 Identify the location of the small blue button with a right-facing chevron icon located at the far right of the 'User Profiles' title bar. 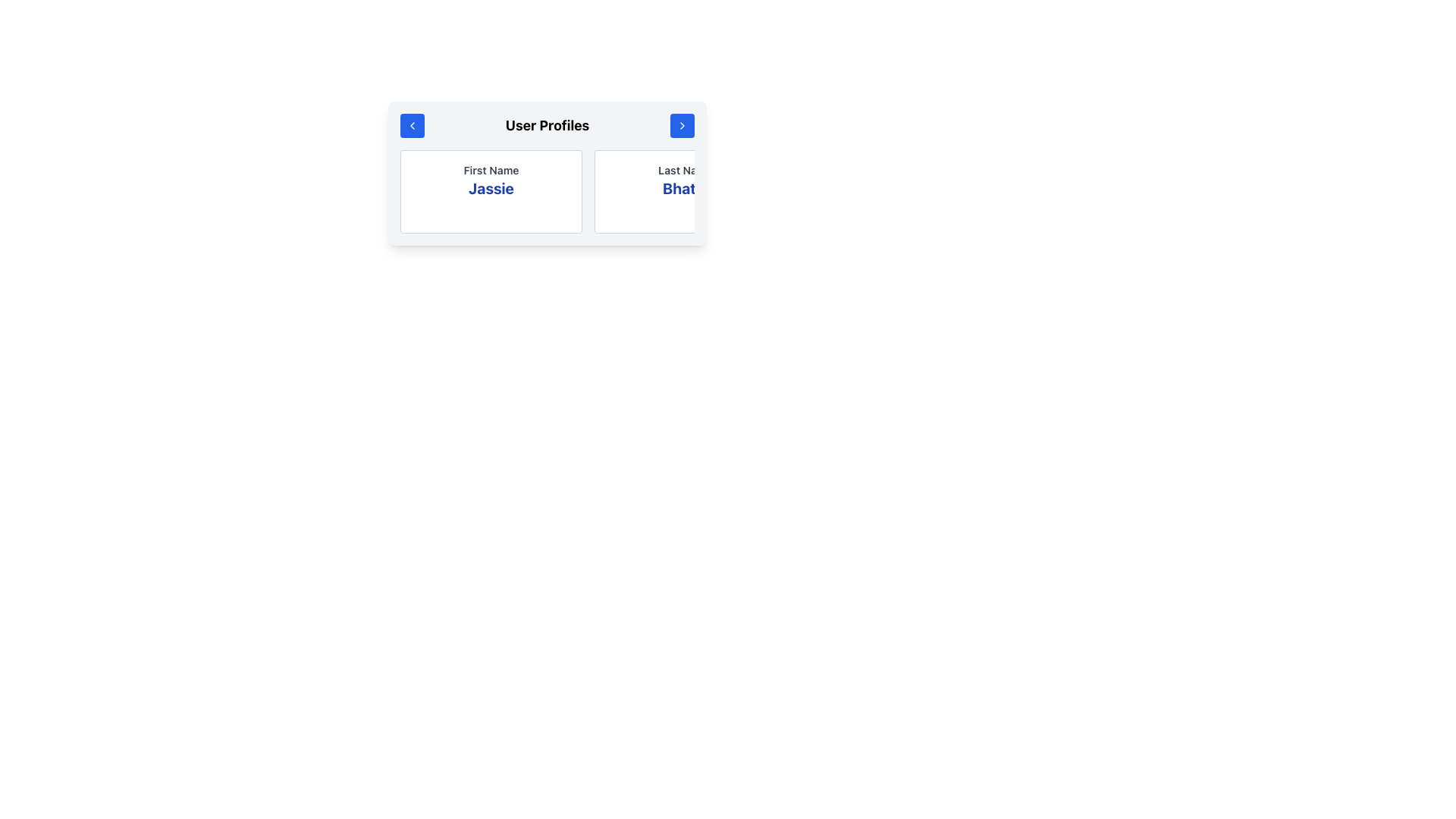
(681, 124).